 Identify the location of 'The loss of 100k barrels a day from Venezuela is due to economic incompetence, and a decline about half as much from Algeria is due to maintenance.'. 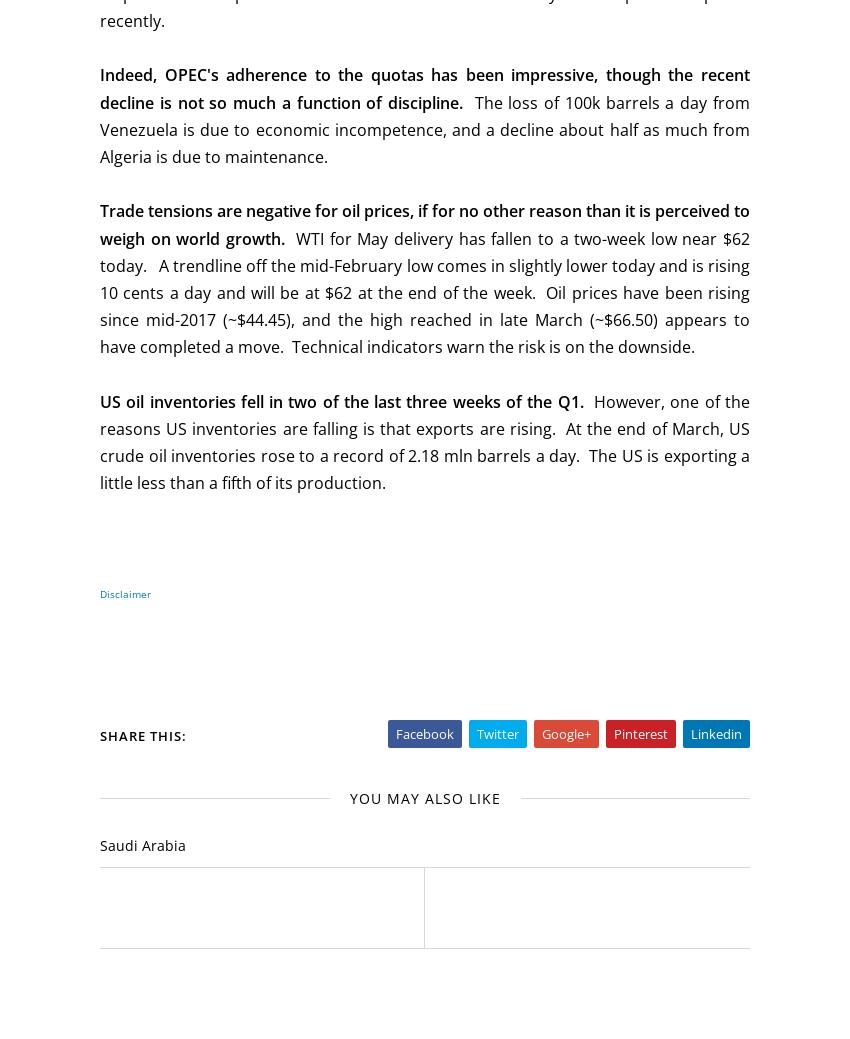
(425, 128).